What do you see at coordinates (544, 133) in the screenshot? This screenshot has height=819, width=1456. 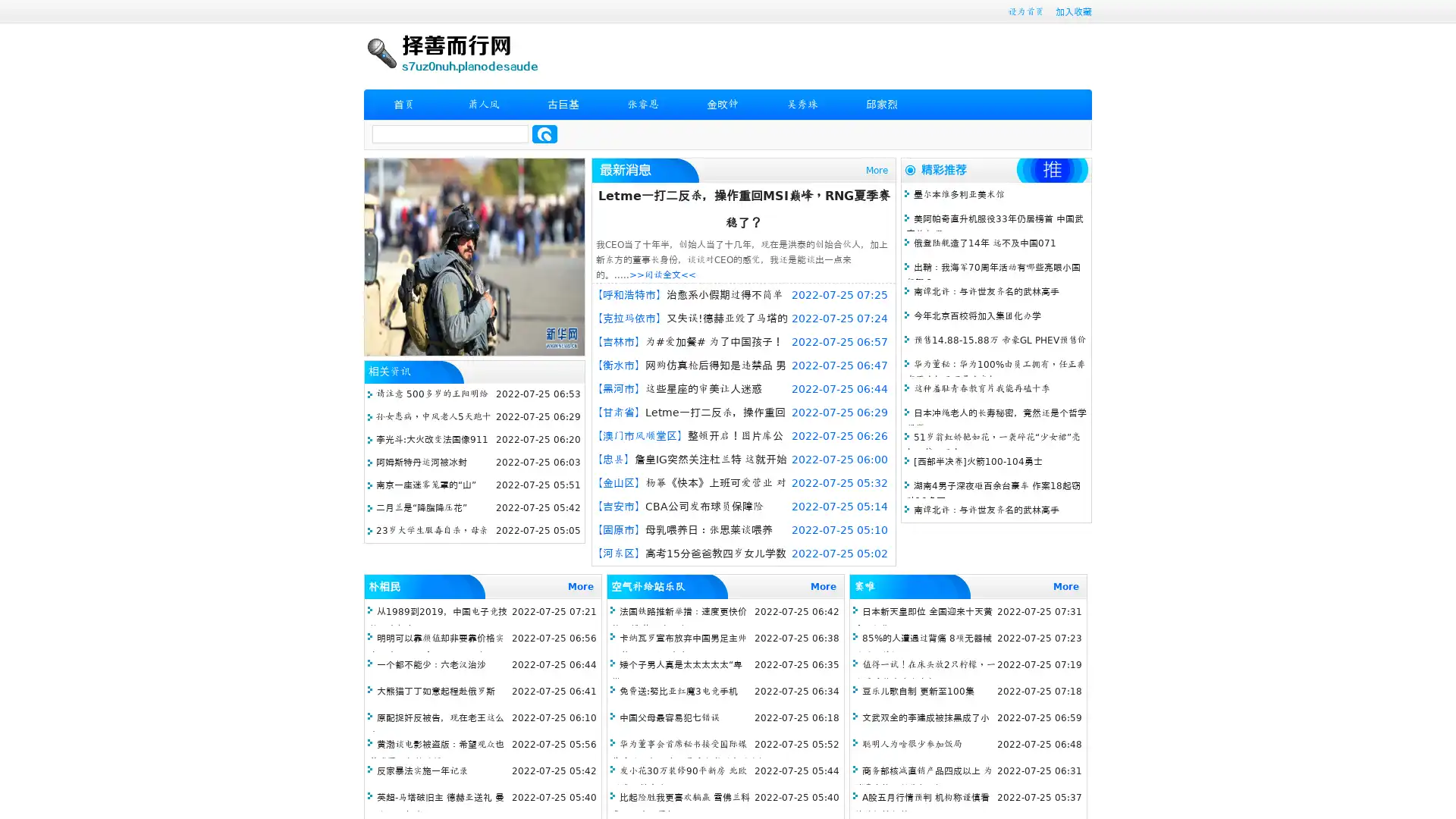 I see `Search` at bounding box center [544, 133].